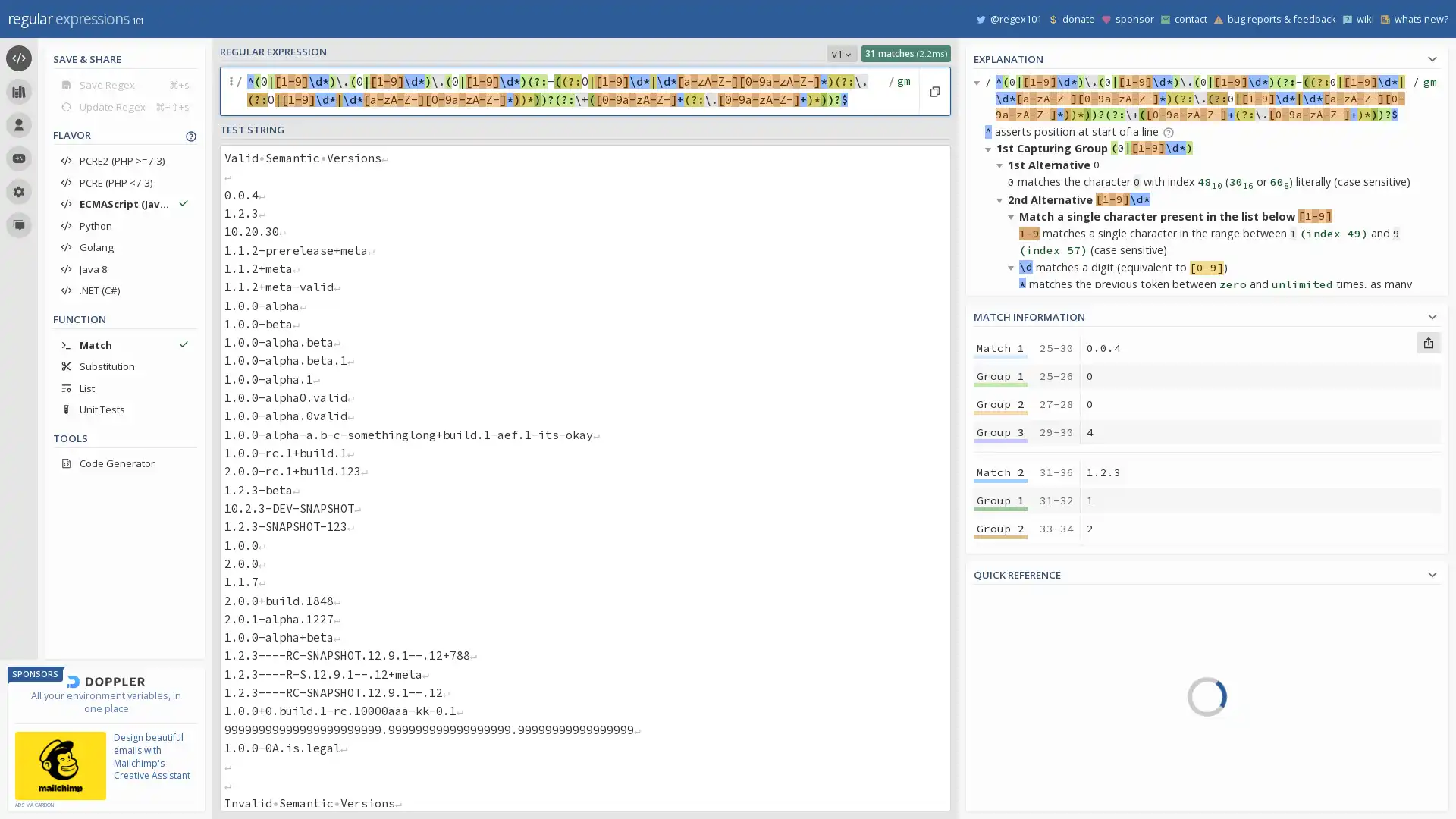 The height and width of the screenshot is (819, 1456). Describe the element at coordinates (1002, 199) in the screenshot. I see `Collapse Subtree` at that location.